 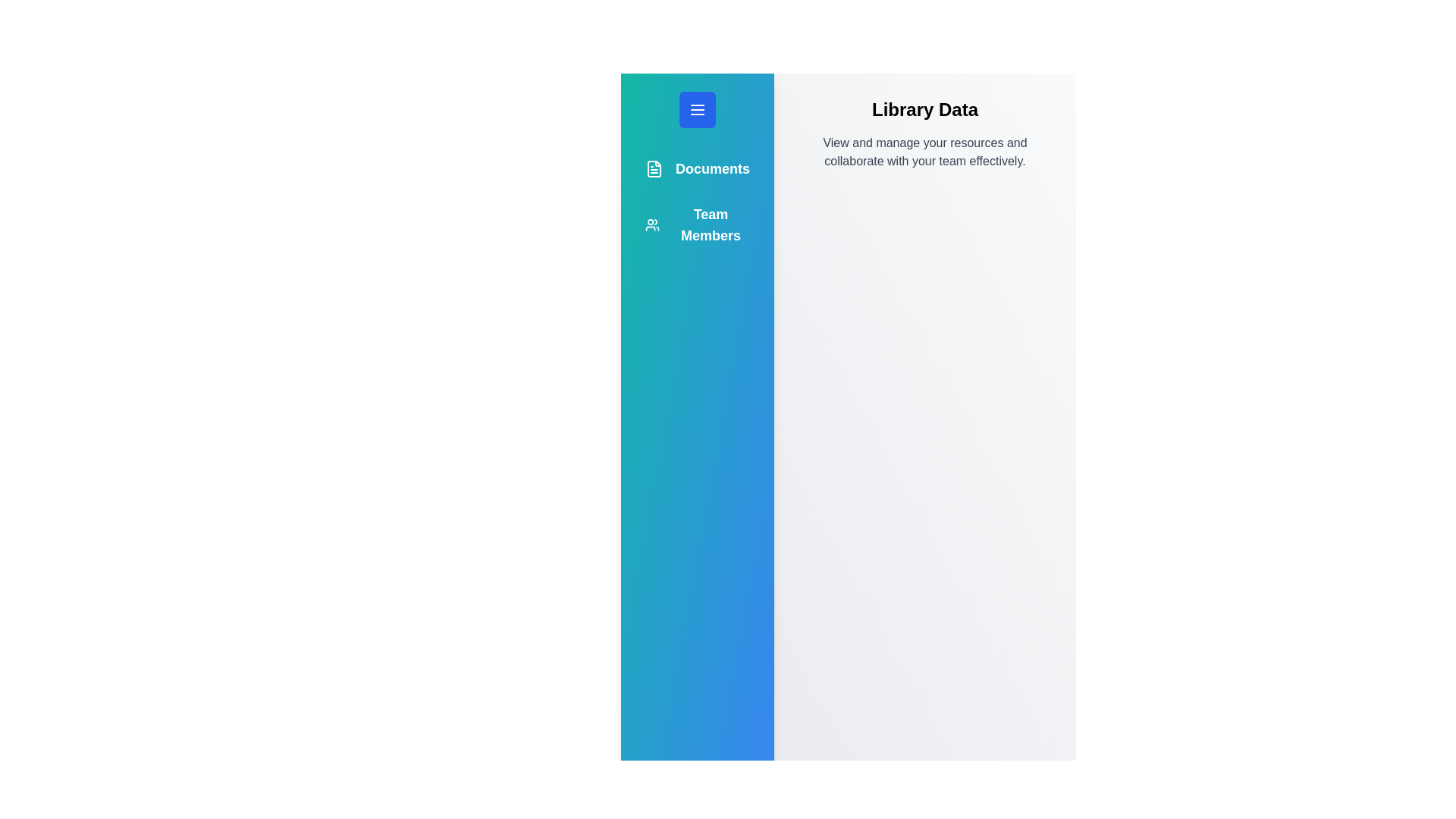 What do you see at coordinates (654, 169) in the screenshot?
I see `the icon for Documents to inspect it visually` at bounding box center [654, 169].